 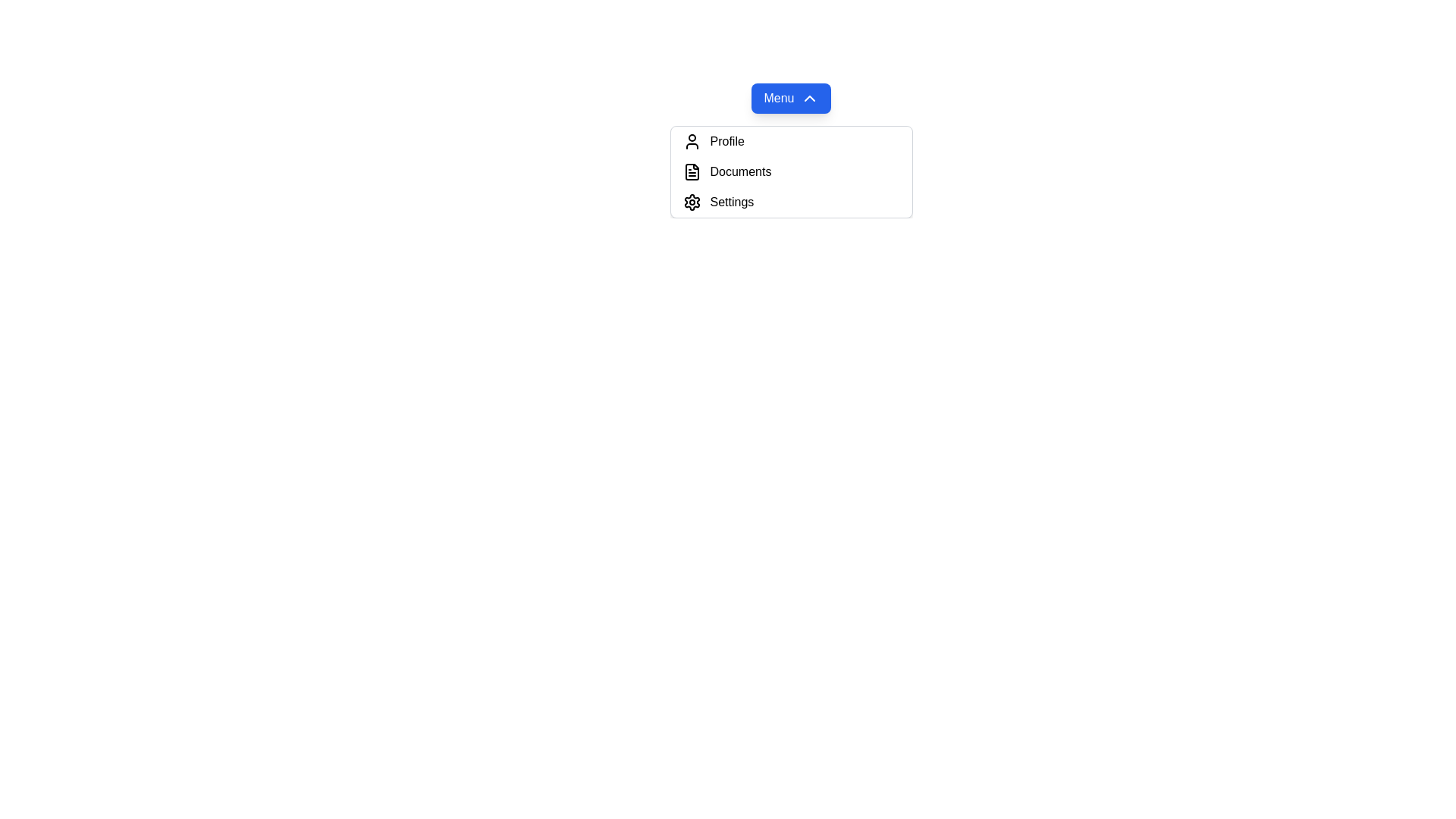 I want to click on the settings icon, a minimalist cog shape with a black outline, located to the left of the 'Settings' text in the menu's third option, so click(x=691, y=201).